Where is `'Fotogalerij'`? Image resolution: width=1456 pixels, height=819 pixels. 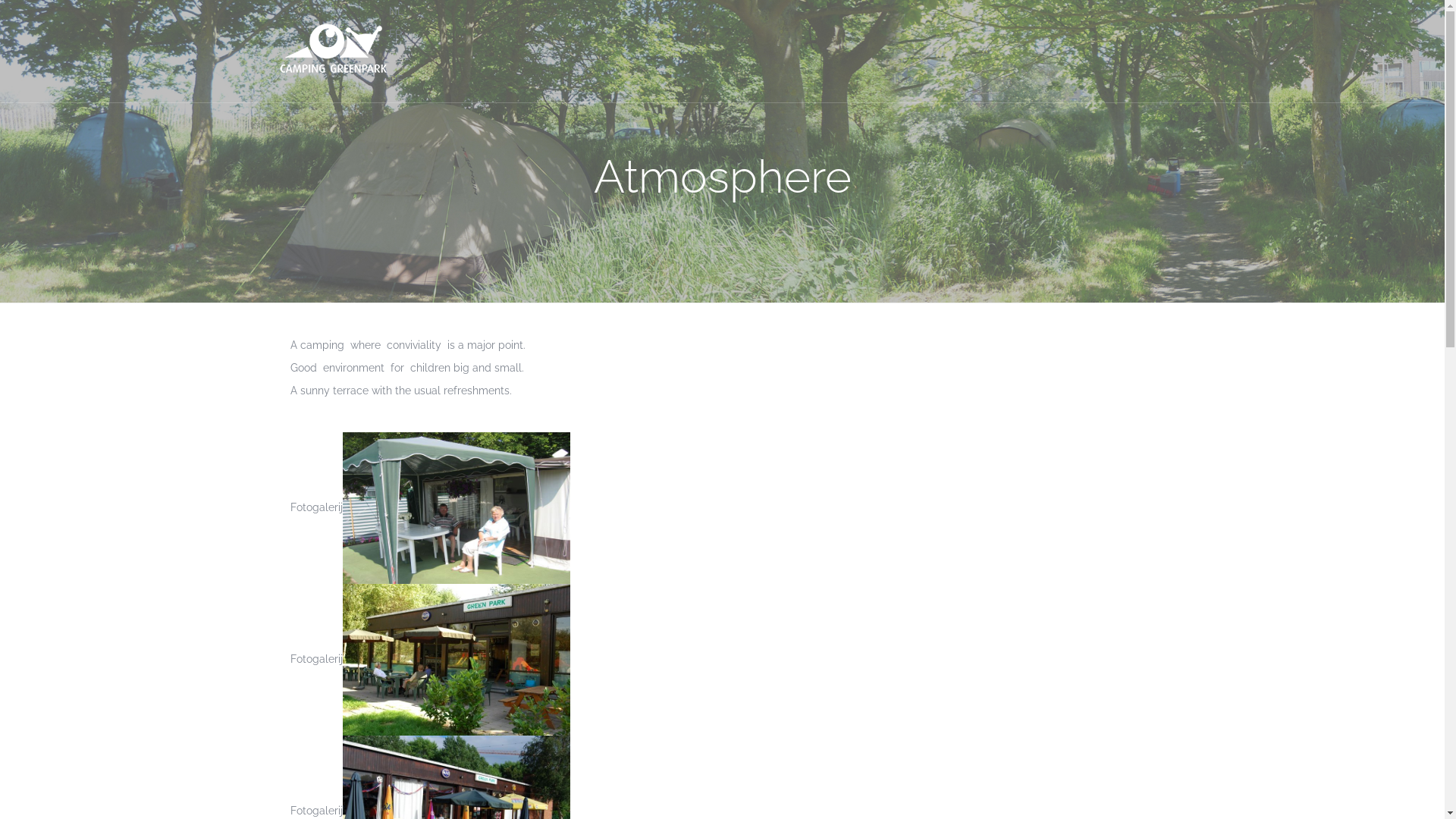 'Fotogalerij' is located at coordinates (290, 809).